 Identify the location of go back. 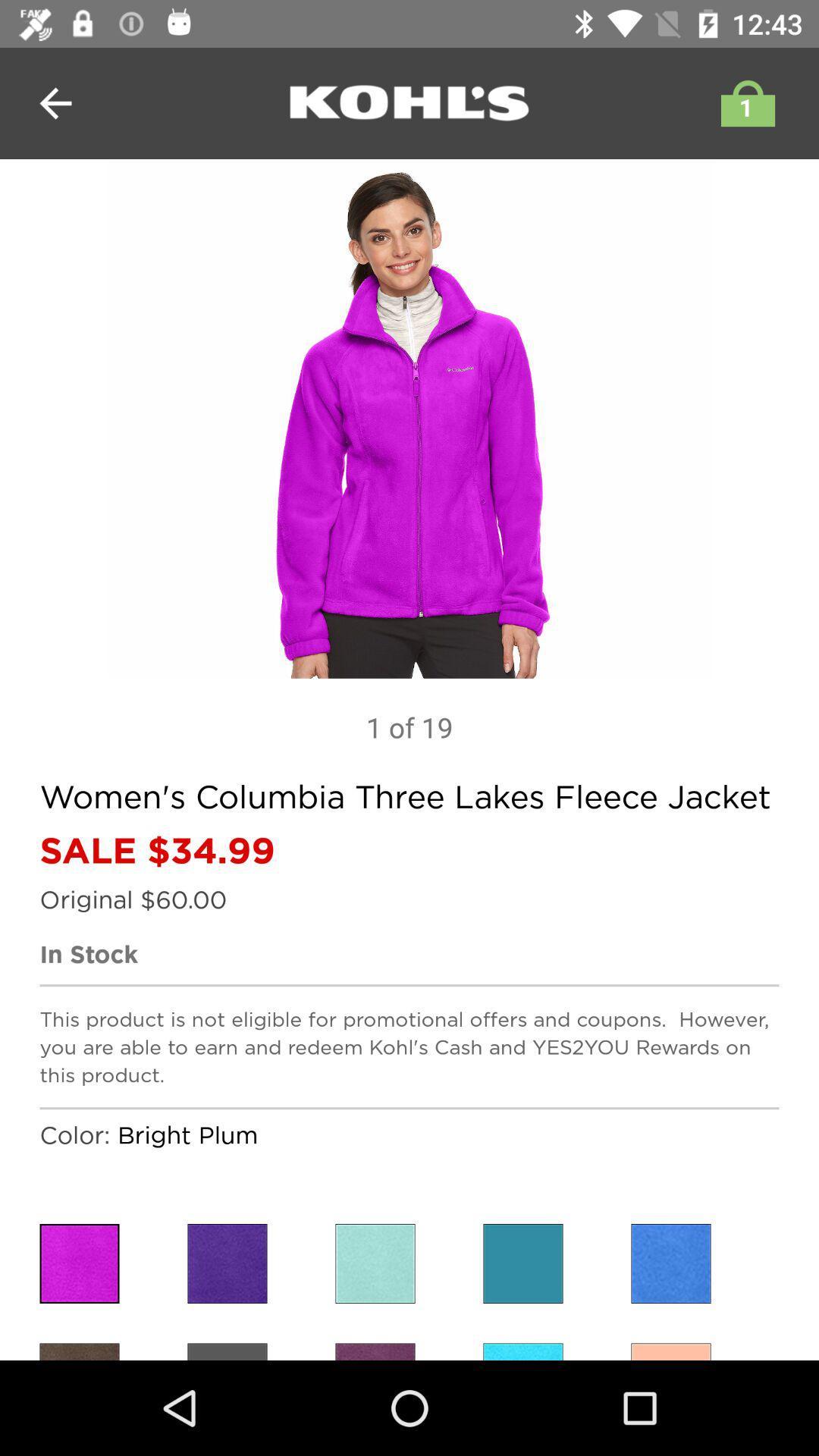
(55, 102).